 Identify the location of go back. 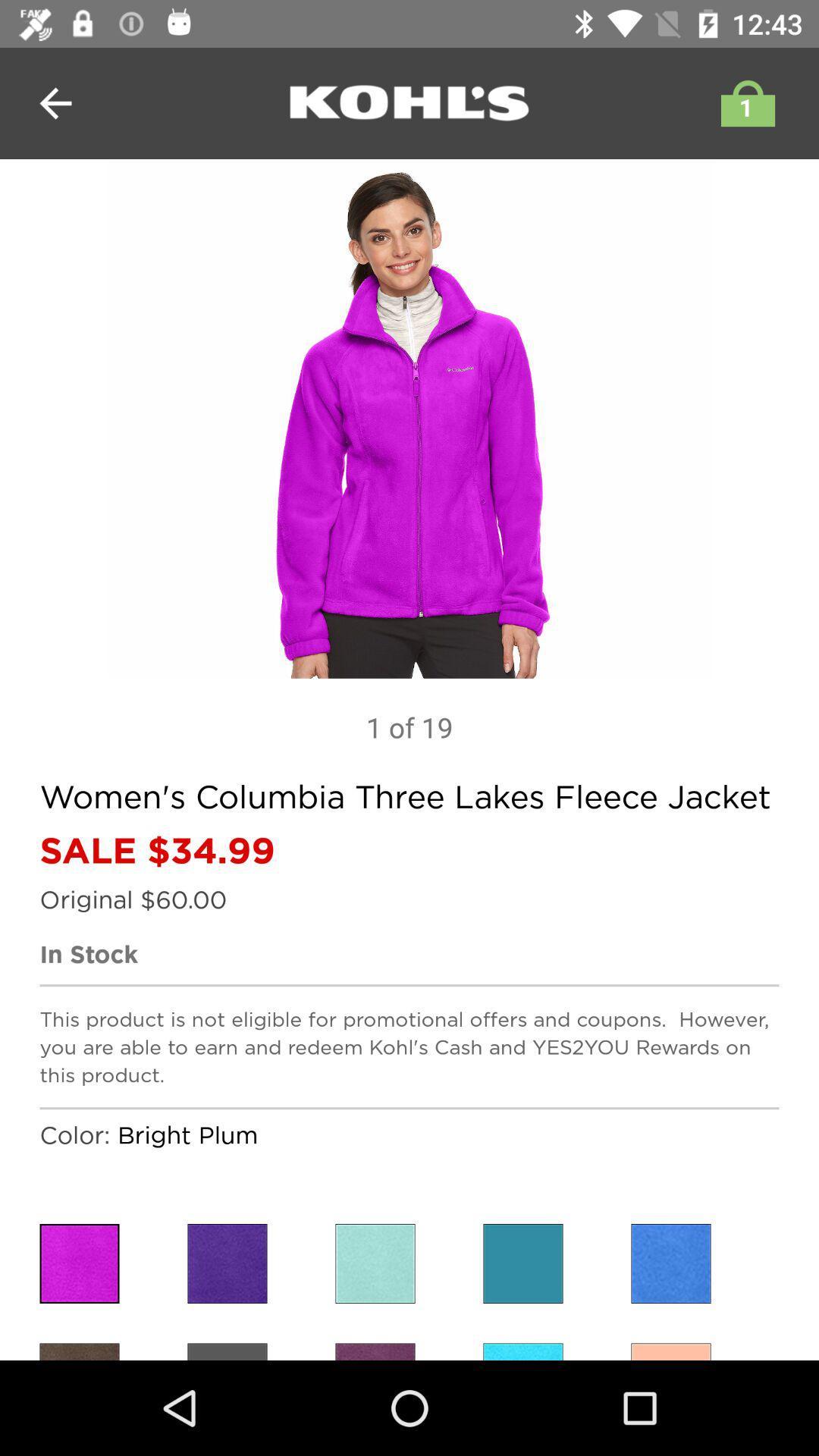
(55, 102).